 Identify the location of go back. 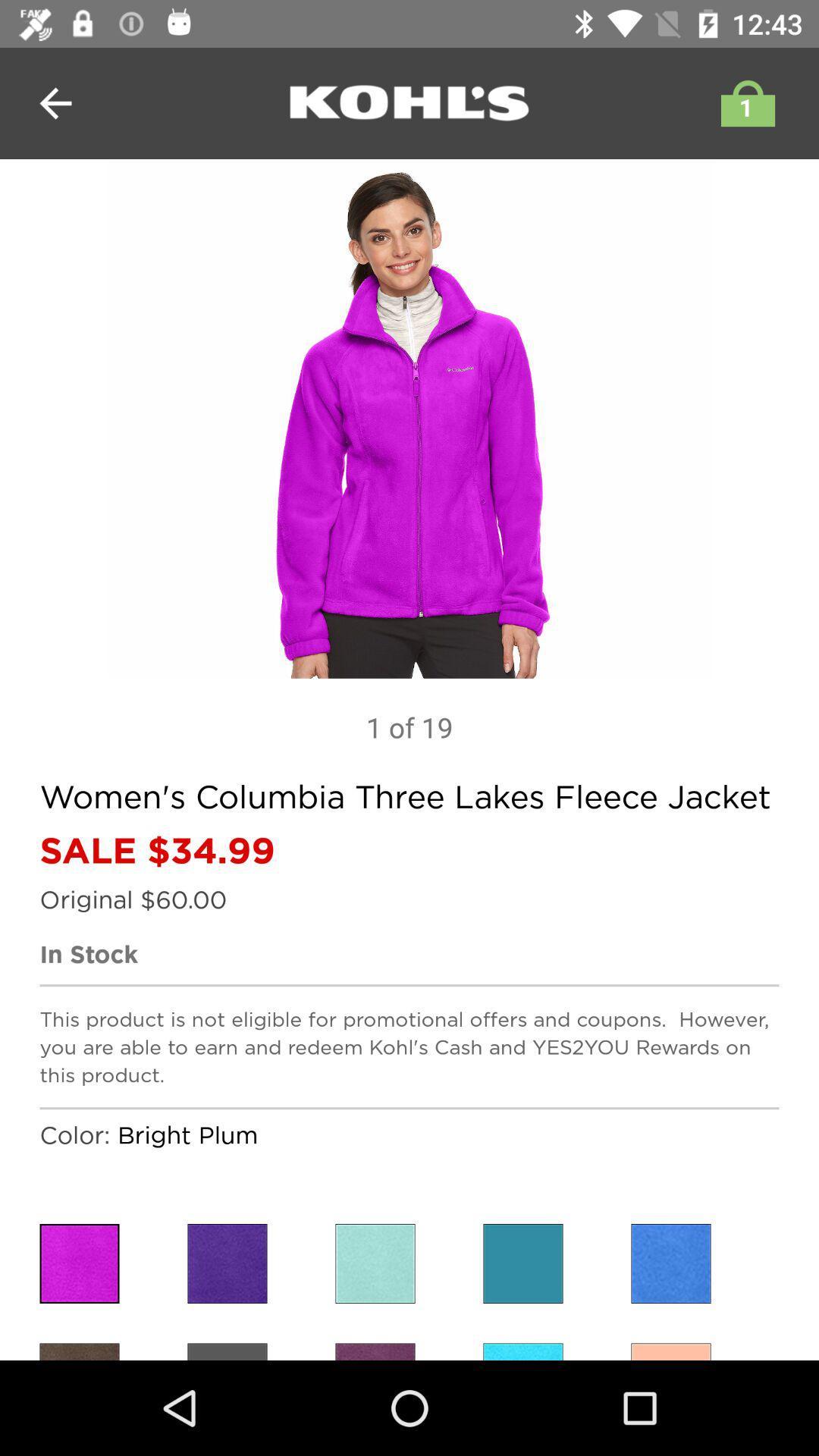
(55, 102).